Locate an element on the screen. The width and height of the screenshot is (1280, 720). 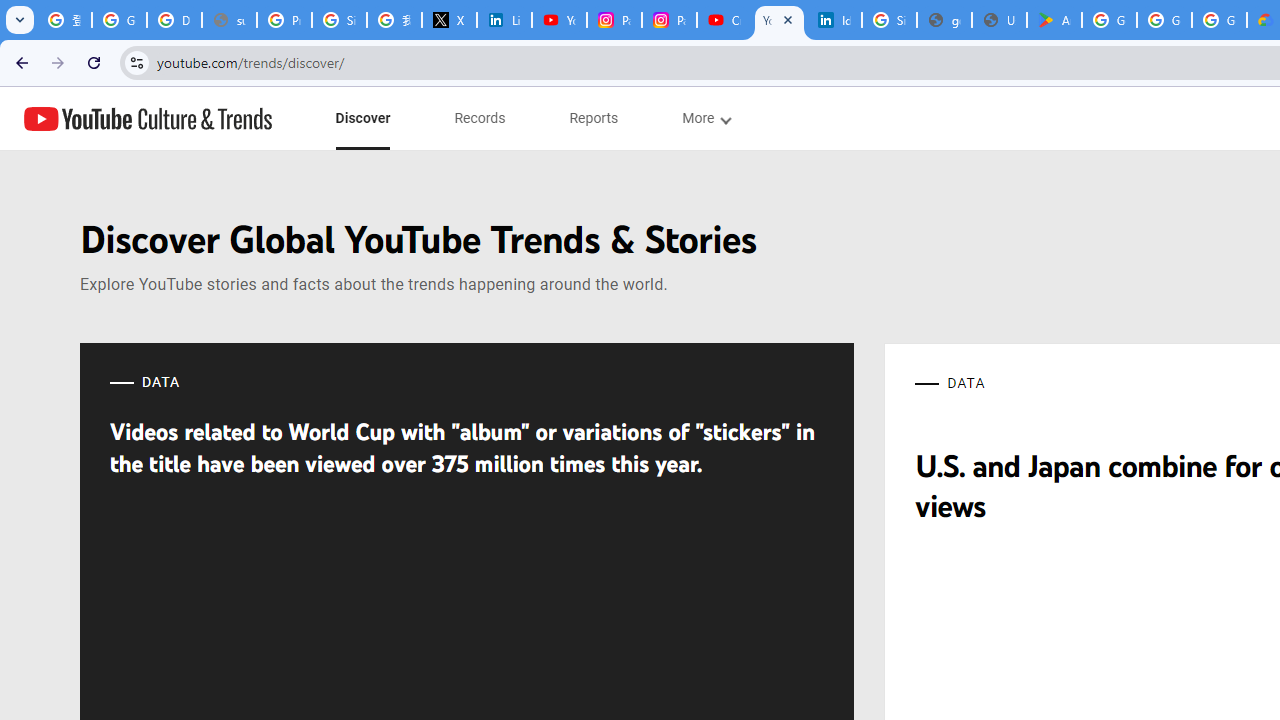
'X' is located at coordinates (448, 20).